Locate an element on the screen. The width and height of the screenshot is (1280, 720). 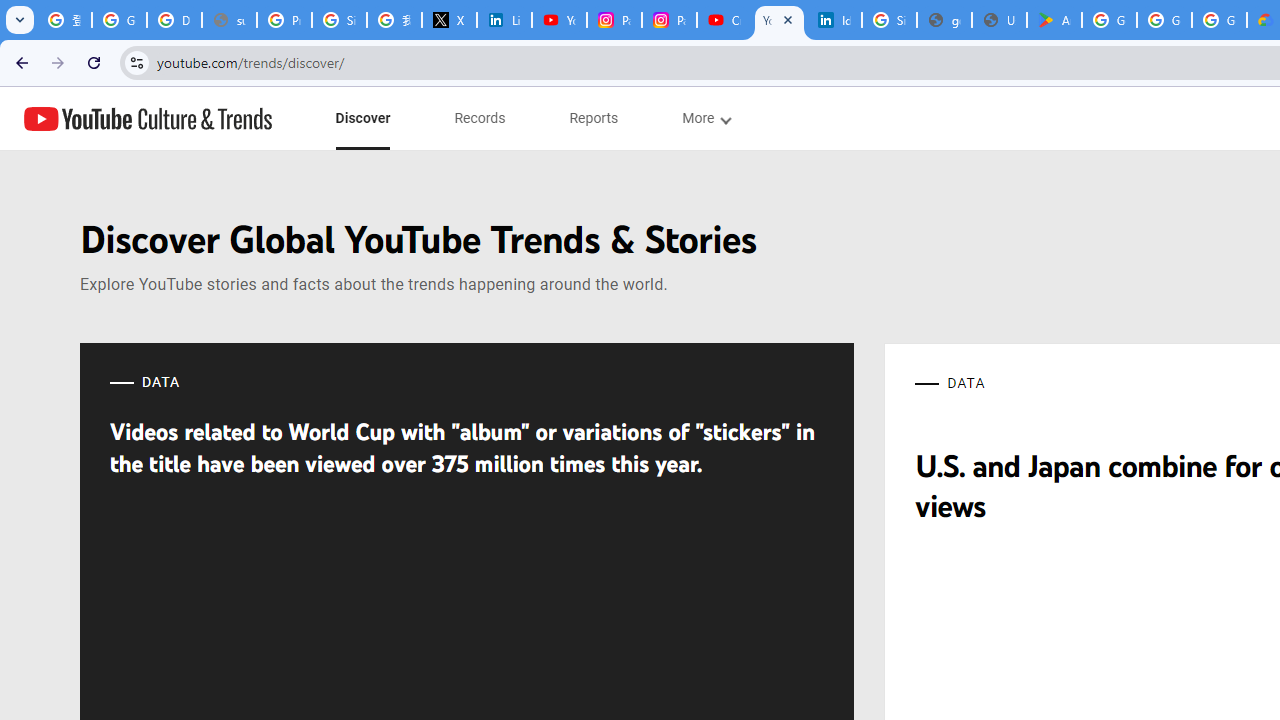
'X' is located at coordinates (448, 20).